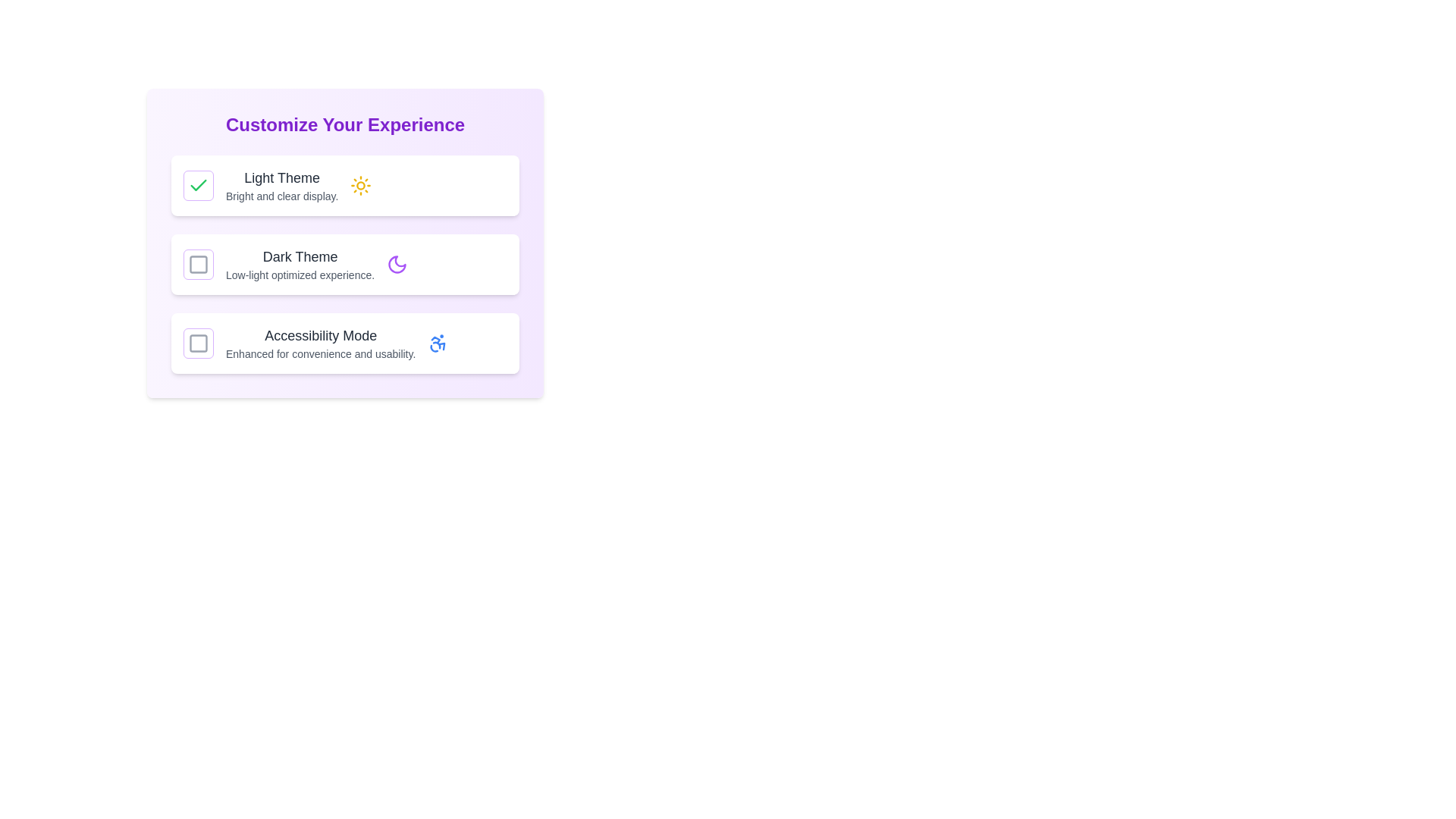 Image resolution: width=1456 pixels, height=819 pixels. Describe the element at coordinates (397, 263) in the screenshot. I see `the purple moon icon located next to the 'Dark Theme' text within the middle card` at that location.